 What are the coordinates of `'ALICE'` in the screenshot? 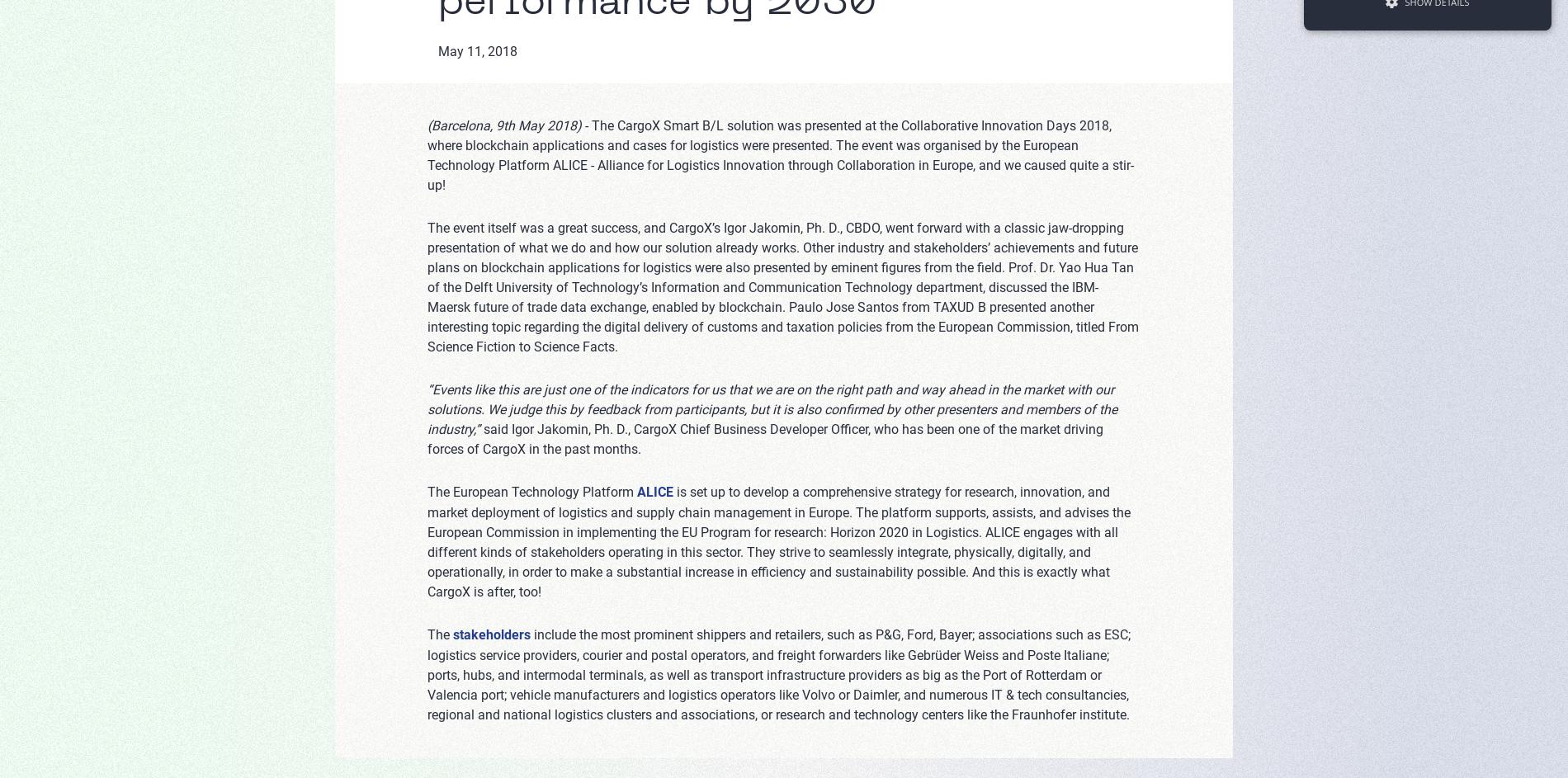 It's located at (654, 491).